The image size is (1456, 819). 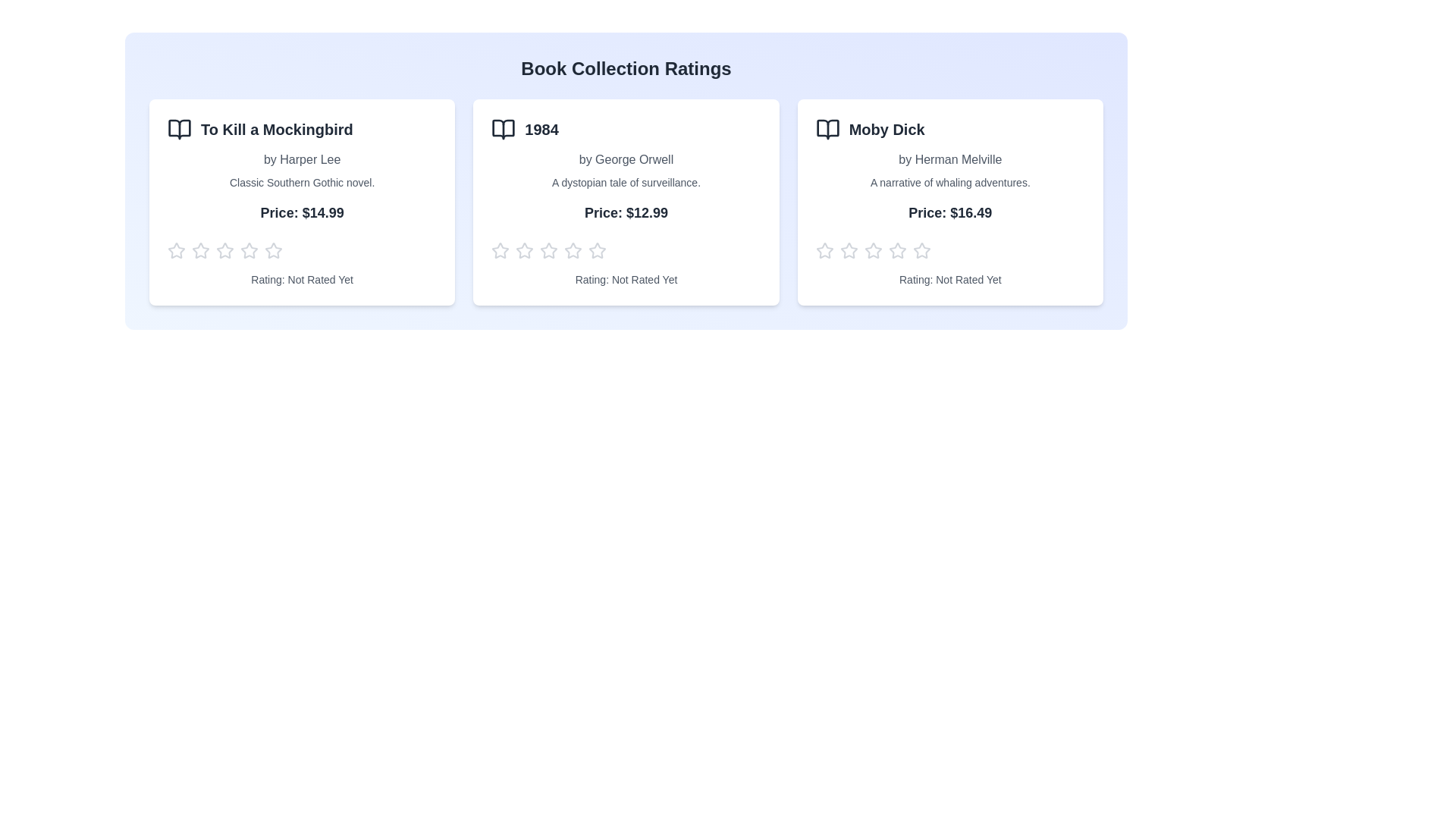 What do you see at coordinates (302, 201) in the screenshot?
I see `the book card to focus on its description` at bounding box center [302, 201].